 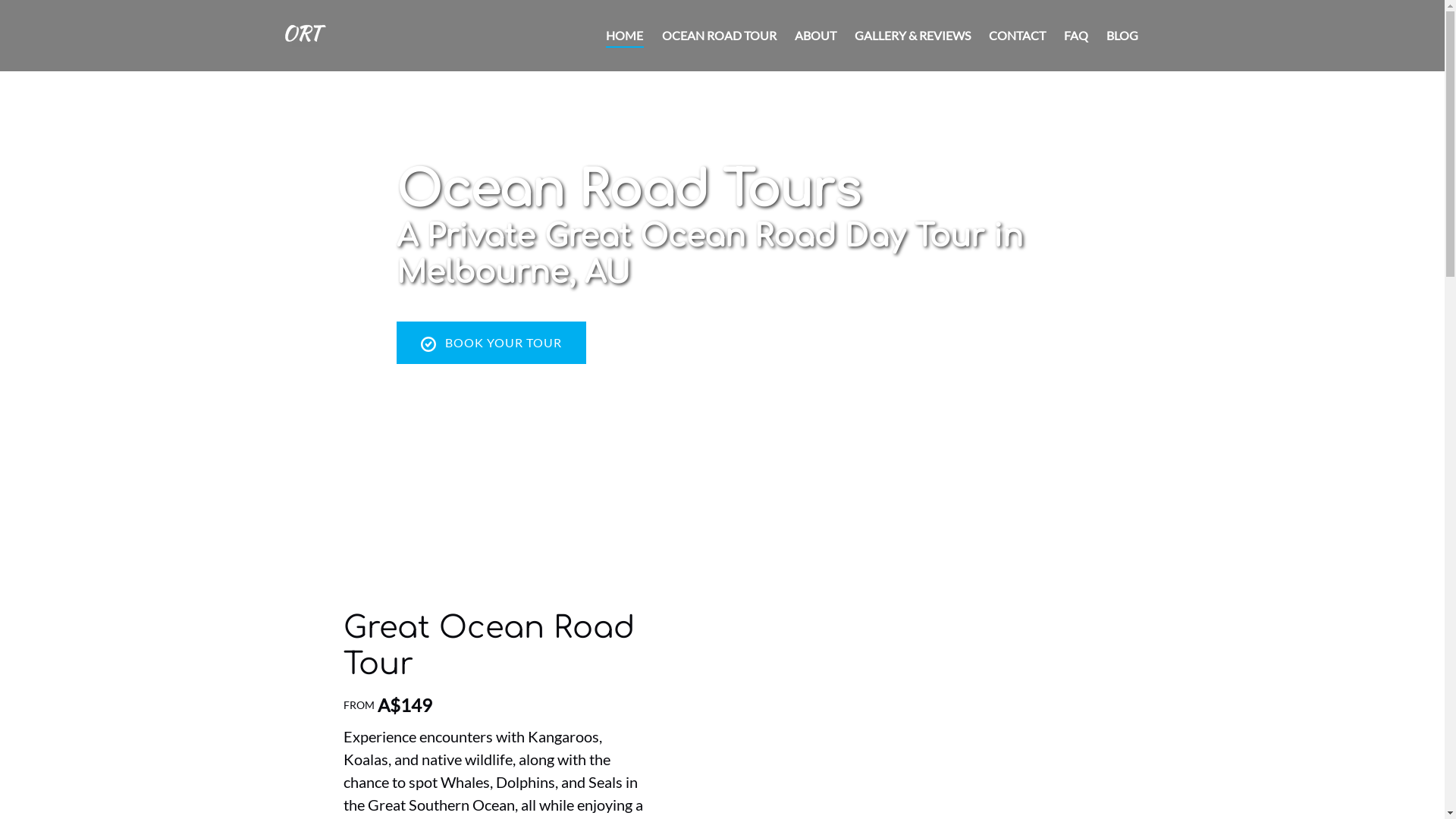 I want to click on 'GALLERY & REVIEWS', so click(x=911, y=34).